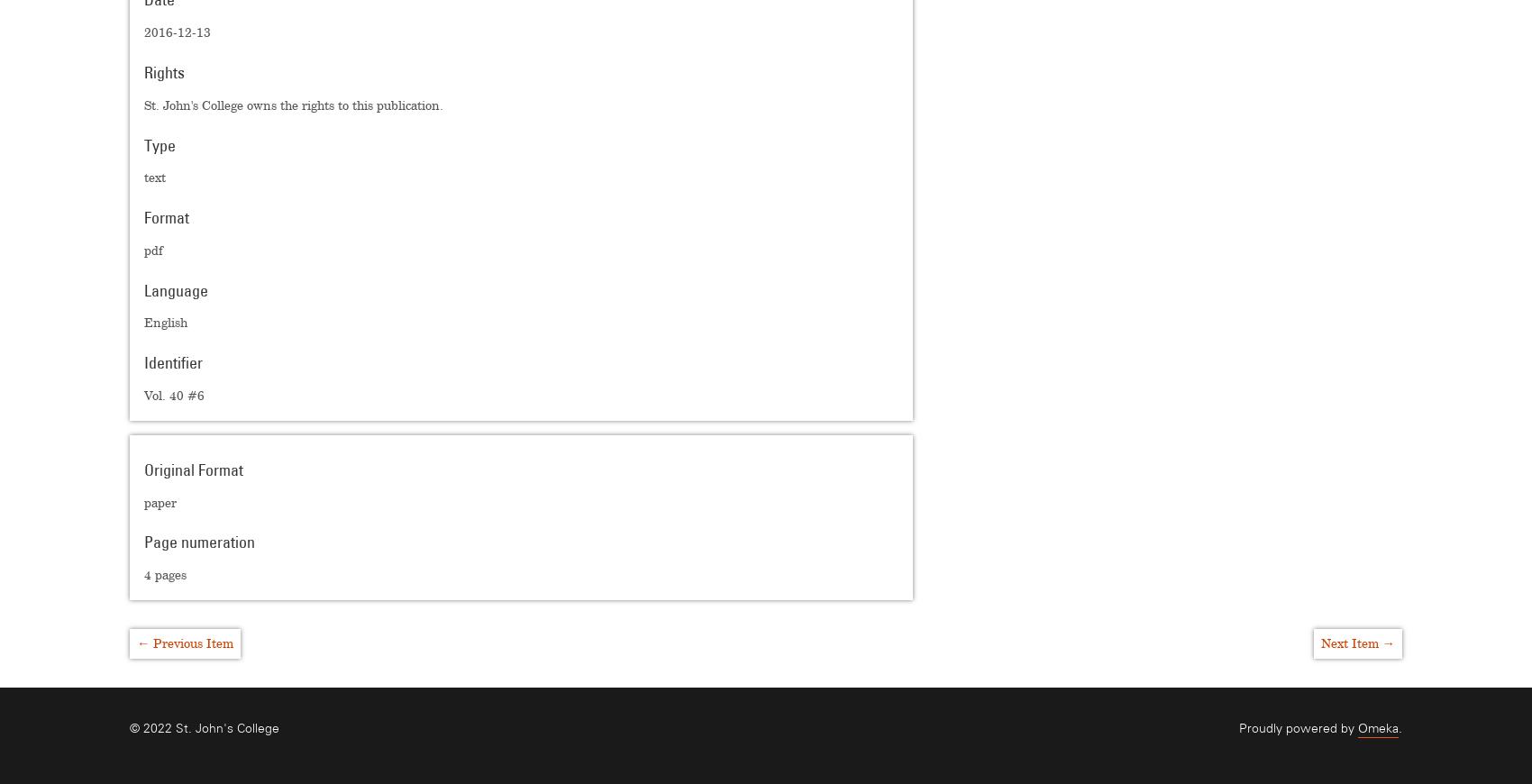 The image size is (1532, 784). What do you see at coordinates (159, 144) in the screenshot?
I see `'Type'` at bounding box center [159, 144].